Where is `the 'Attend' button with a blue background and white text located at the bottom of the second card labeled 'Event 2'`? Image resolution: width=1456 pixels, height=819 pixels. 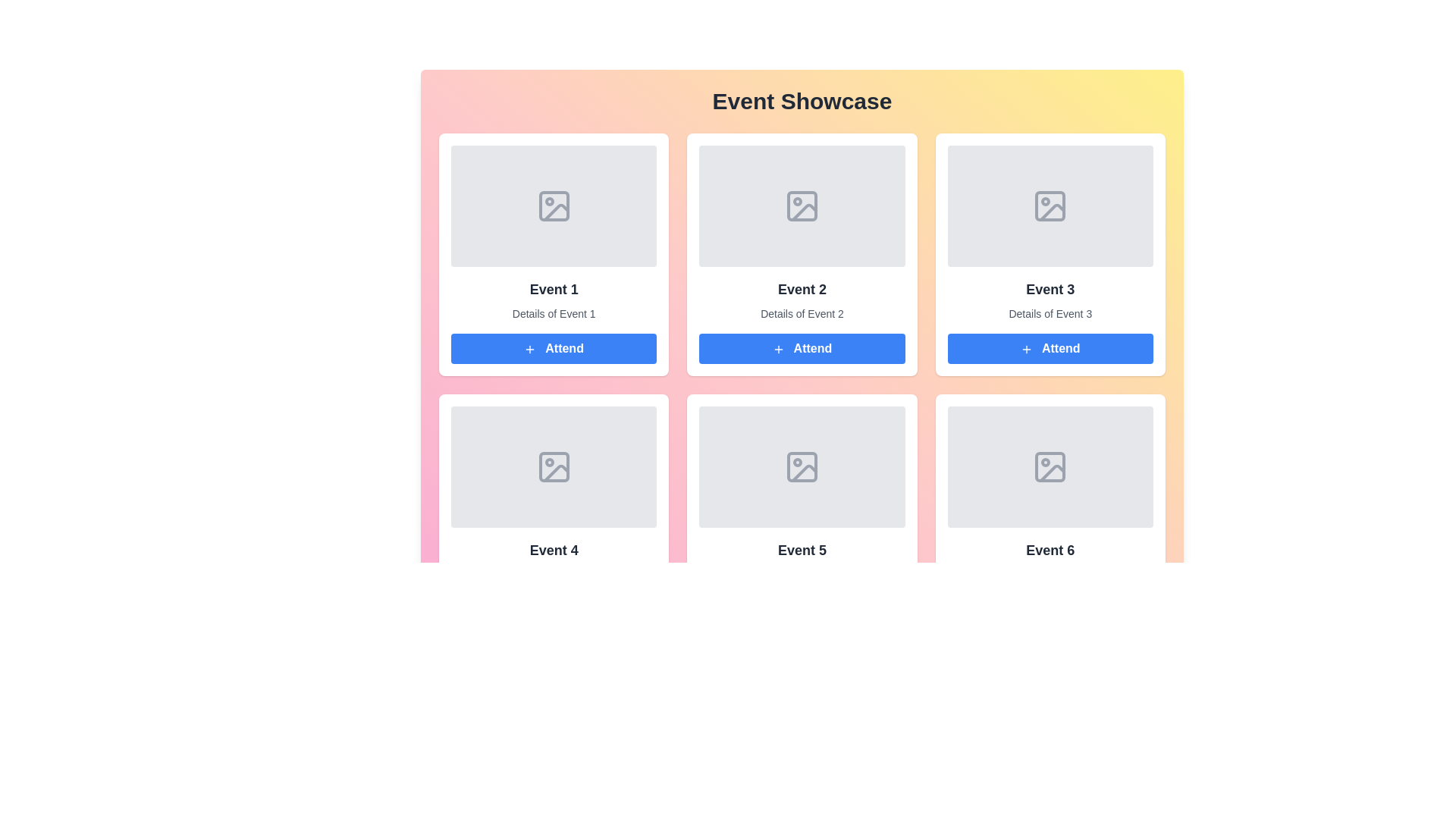 the 'Attend' button with a blue background and white text located at the bottom of the second card labeled 'Event 2' is located at coordinates (801, 348).